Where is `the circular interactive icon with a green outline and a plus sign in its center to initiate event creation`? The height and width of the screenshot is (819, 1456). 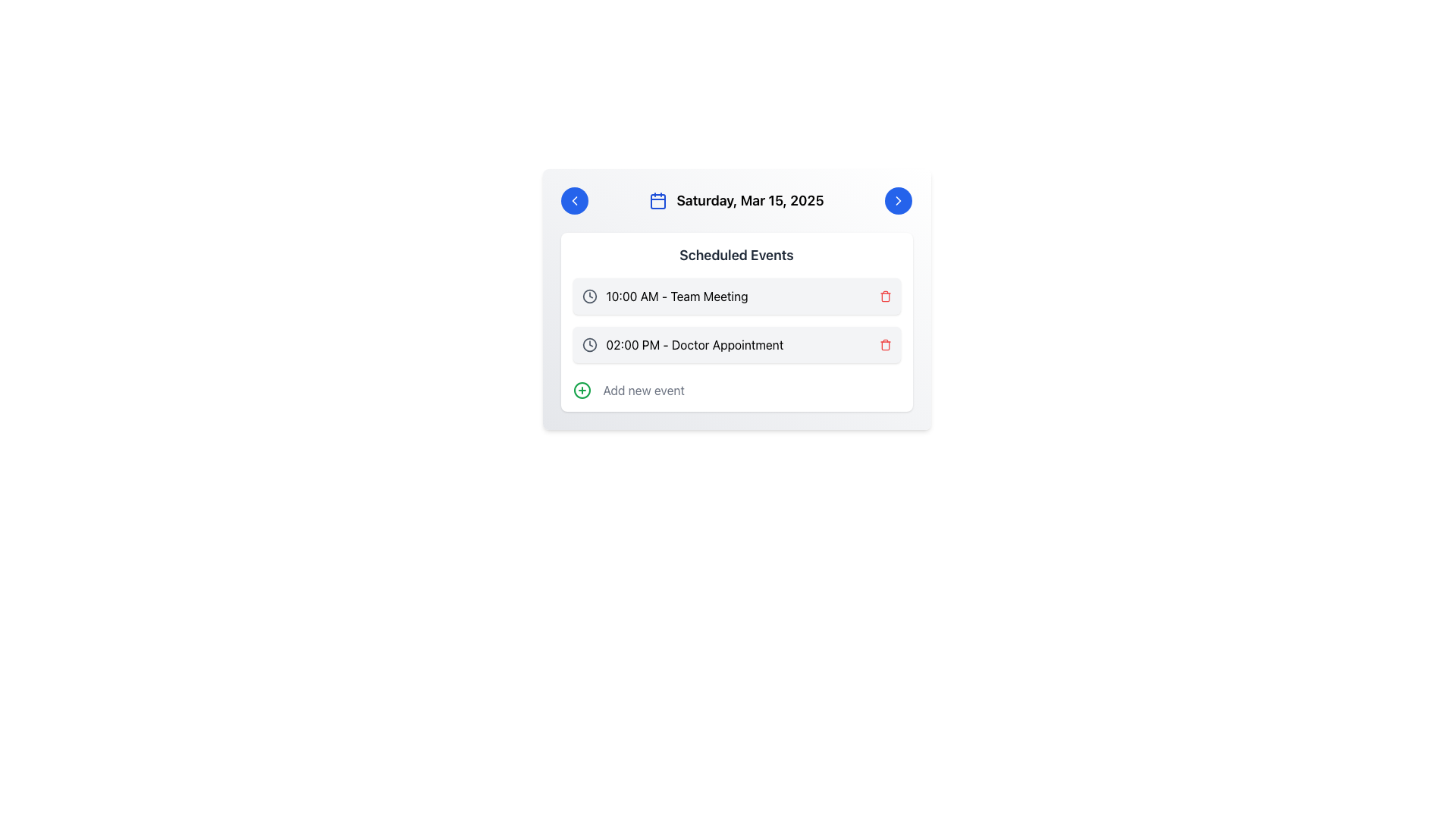 the circular interactive icon with a green outline and a plus sign in its center to initiate event creation is located at coordinates (581, 390).